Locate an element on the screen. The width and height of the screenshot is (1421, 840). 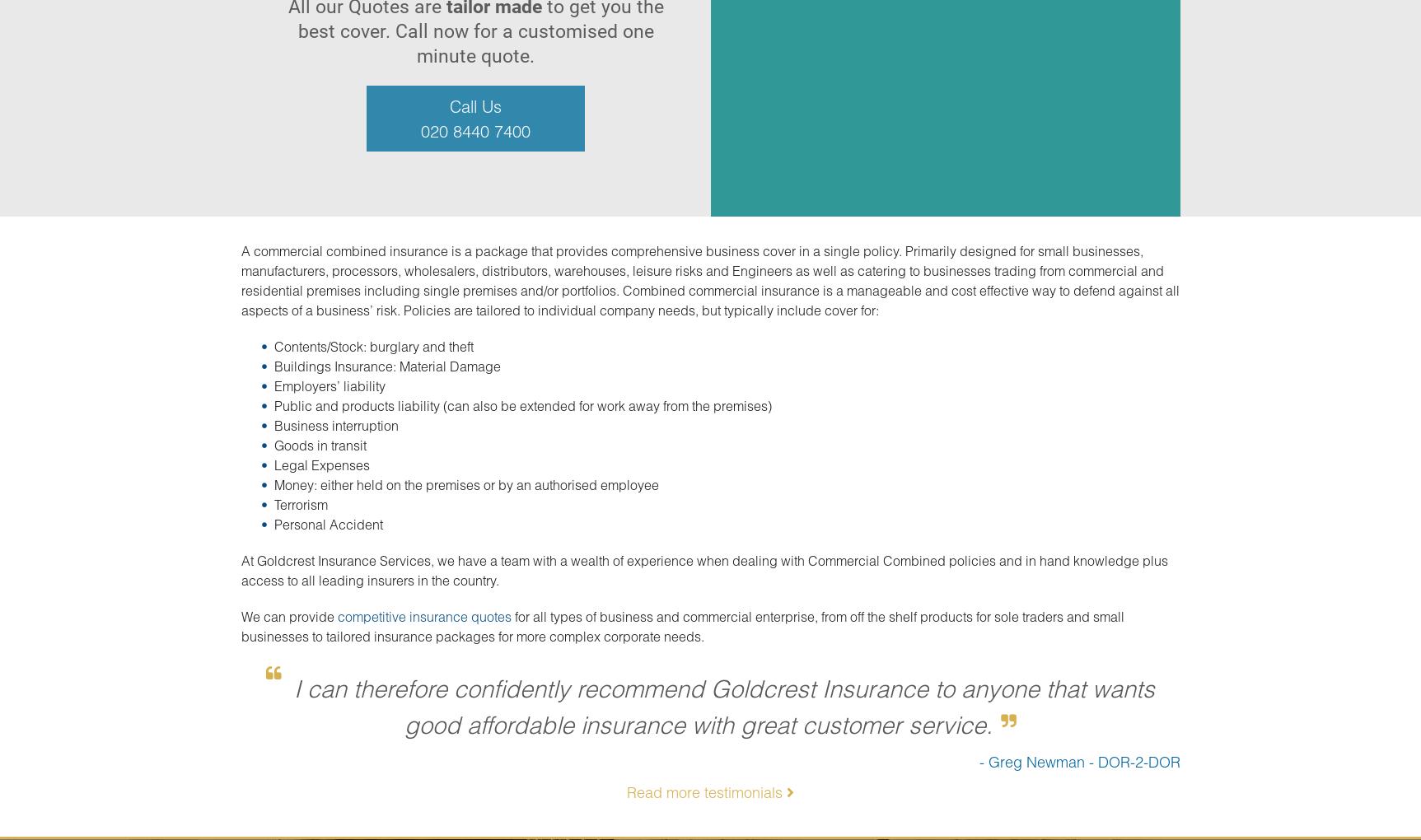
'Employers’ liability' is located at coordinates (273, 385).